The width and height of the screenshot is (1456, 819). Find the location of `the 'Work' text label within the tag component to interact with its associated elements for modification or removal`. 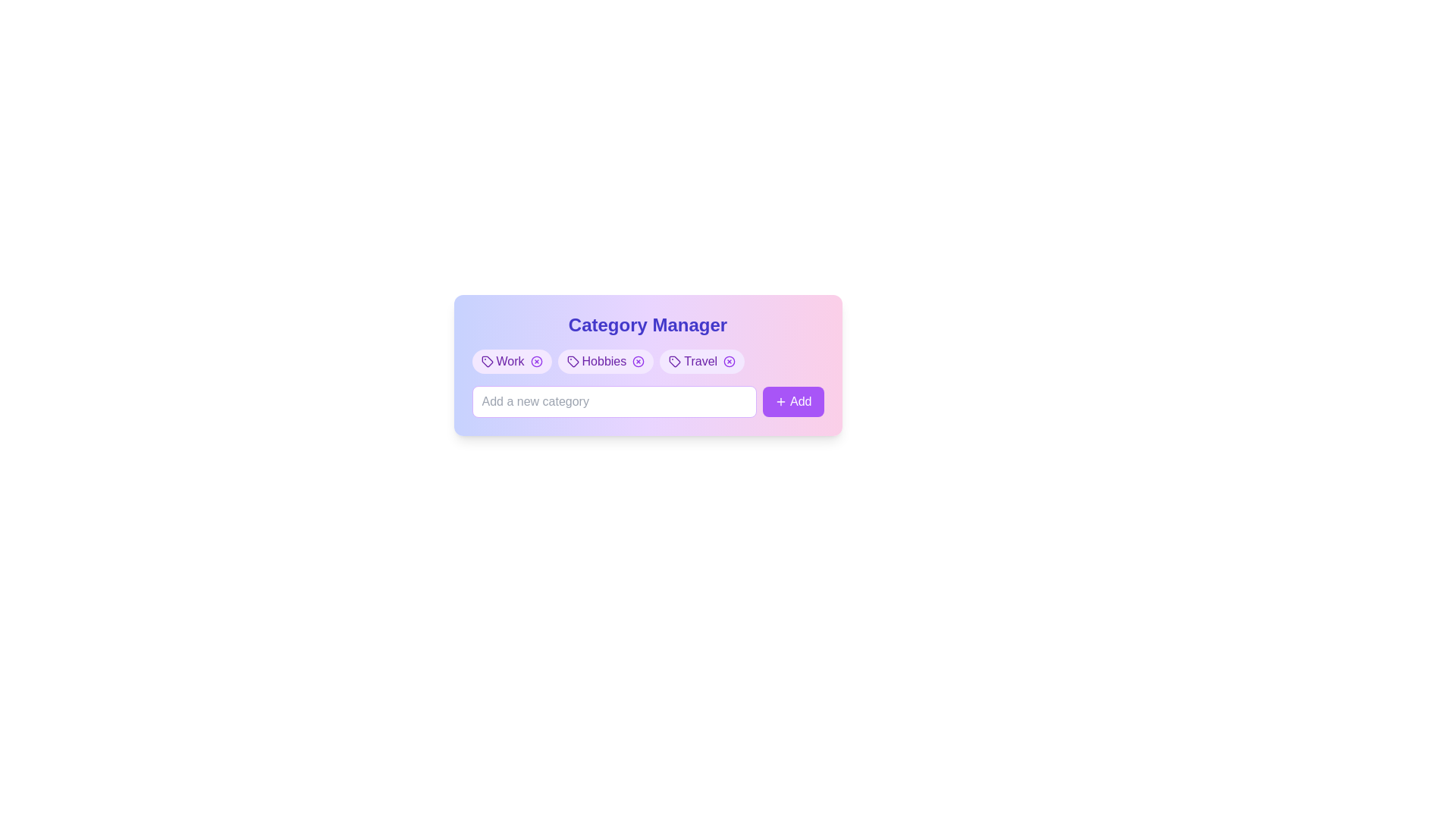

the 'Work' text label within the tag component to interact with its associated elements for modification or removal is located at coordinates (510, 362).